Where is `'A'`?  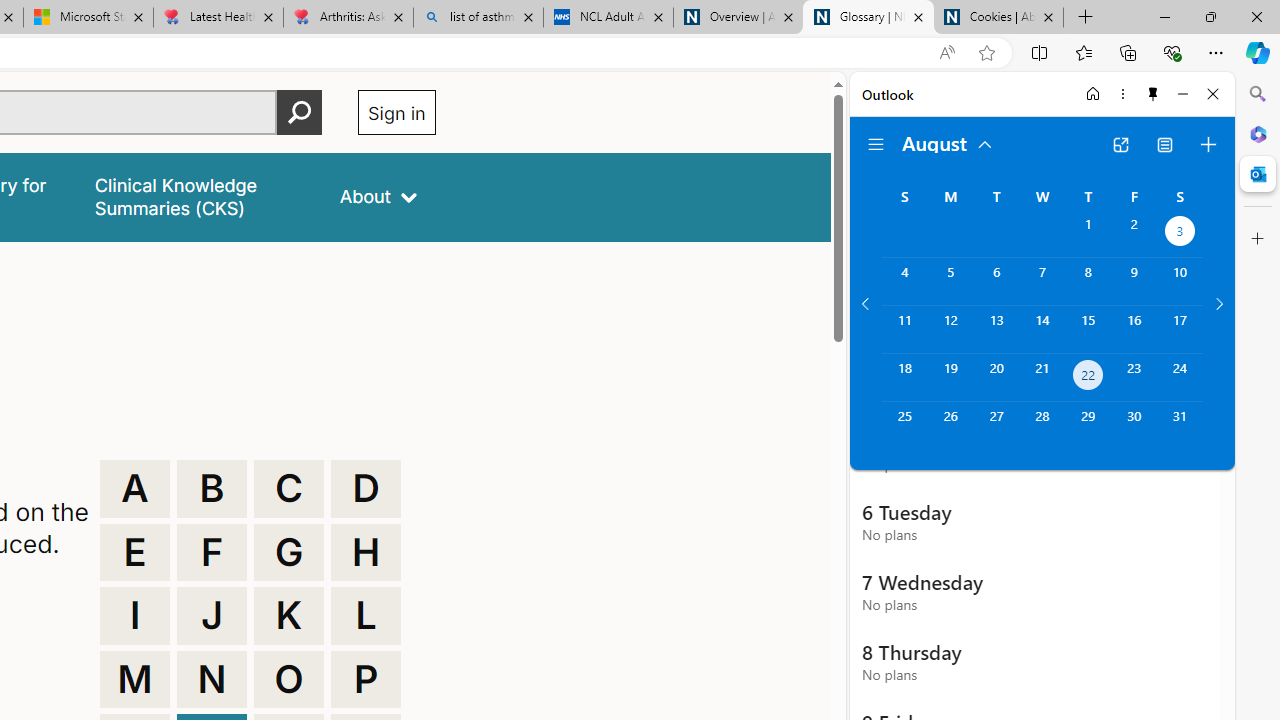
'A' is located at coordinates (134, 488).